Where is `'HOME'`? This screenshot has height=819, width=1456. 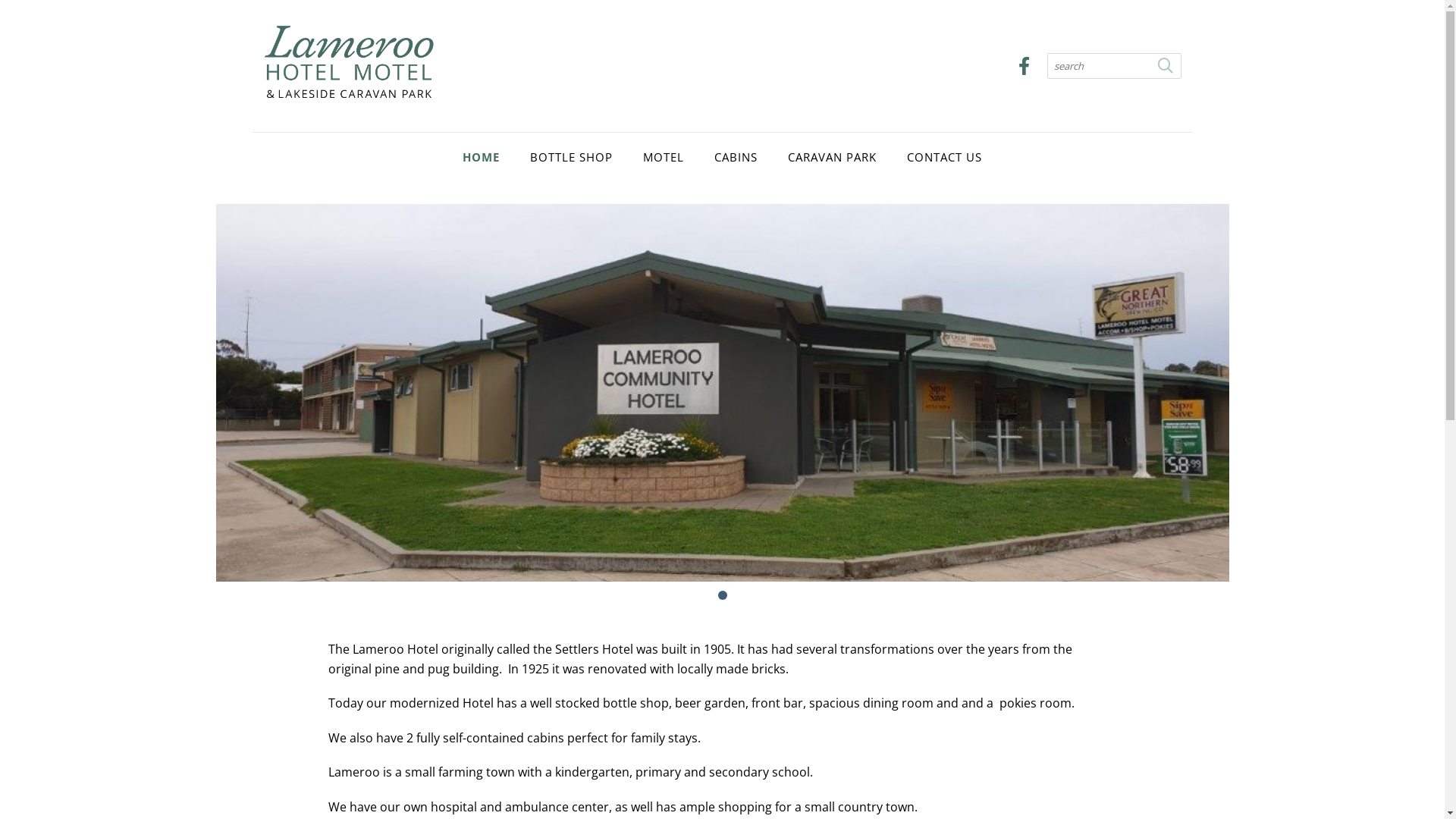
'HOME' is located at coordinates (447, 157).